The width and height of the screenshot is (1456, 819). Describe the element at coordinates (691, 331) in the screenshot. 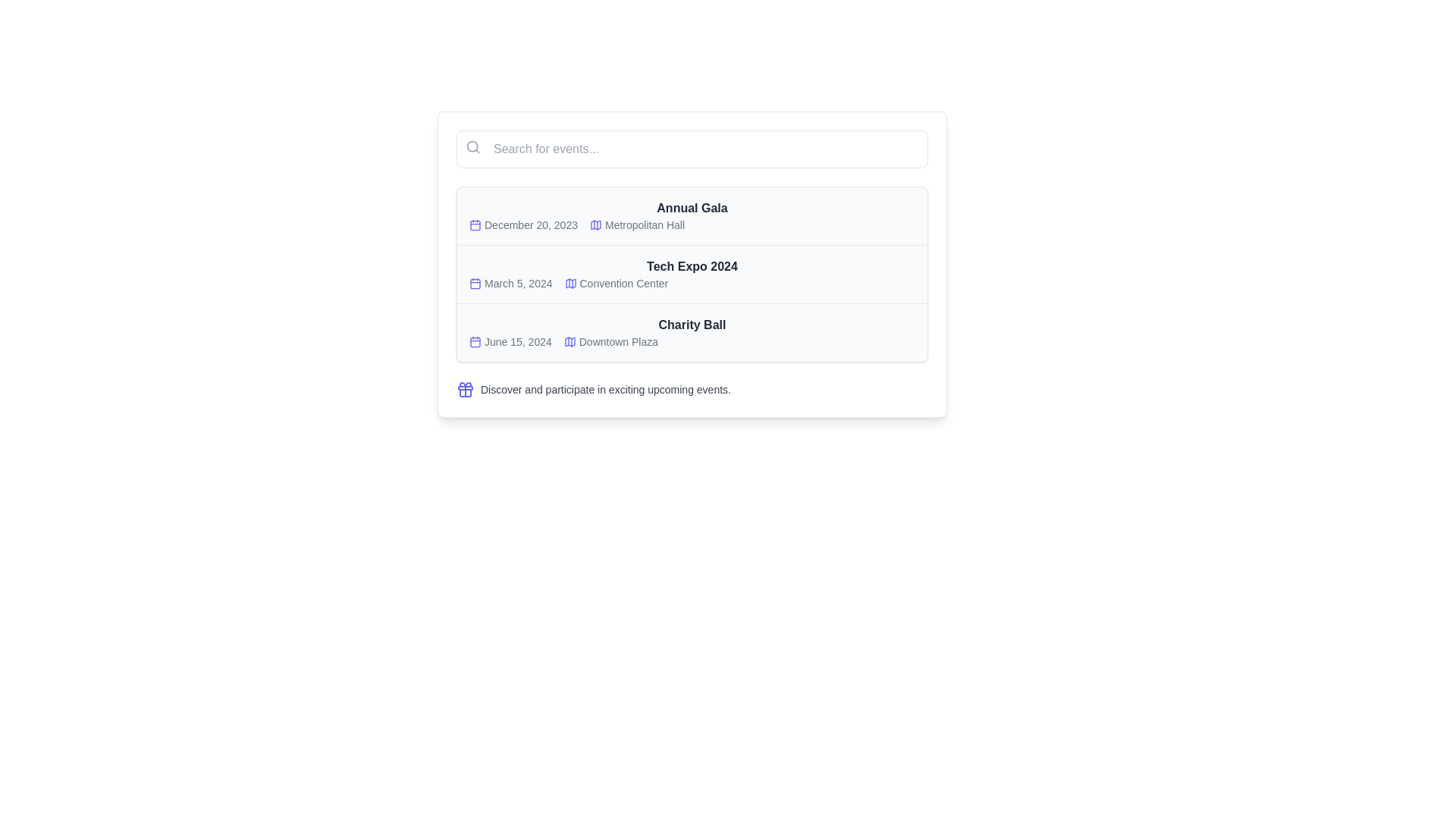

I see `the title 'Charity Ball' in the event information card` at that location.